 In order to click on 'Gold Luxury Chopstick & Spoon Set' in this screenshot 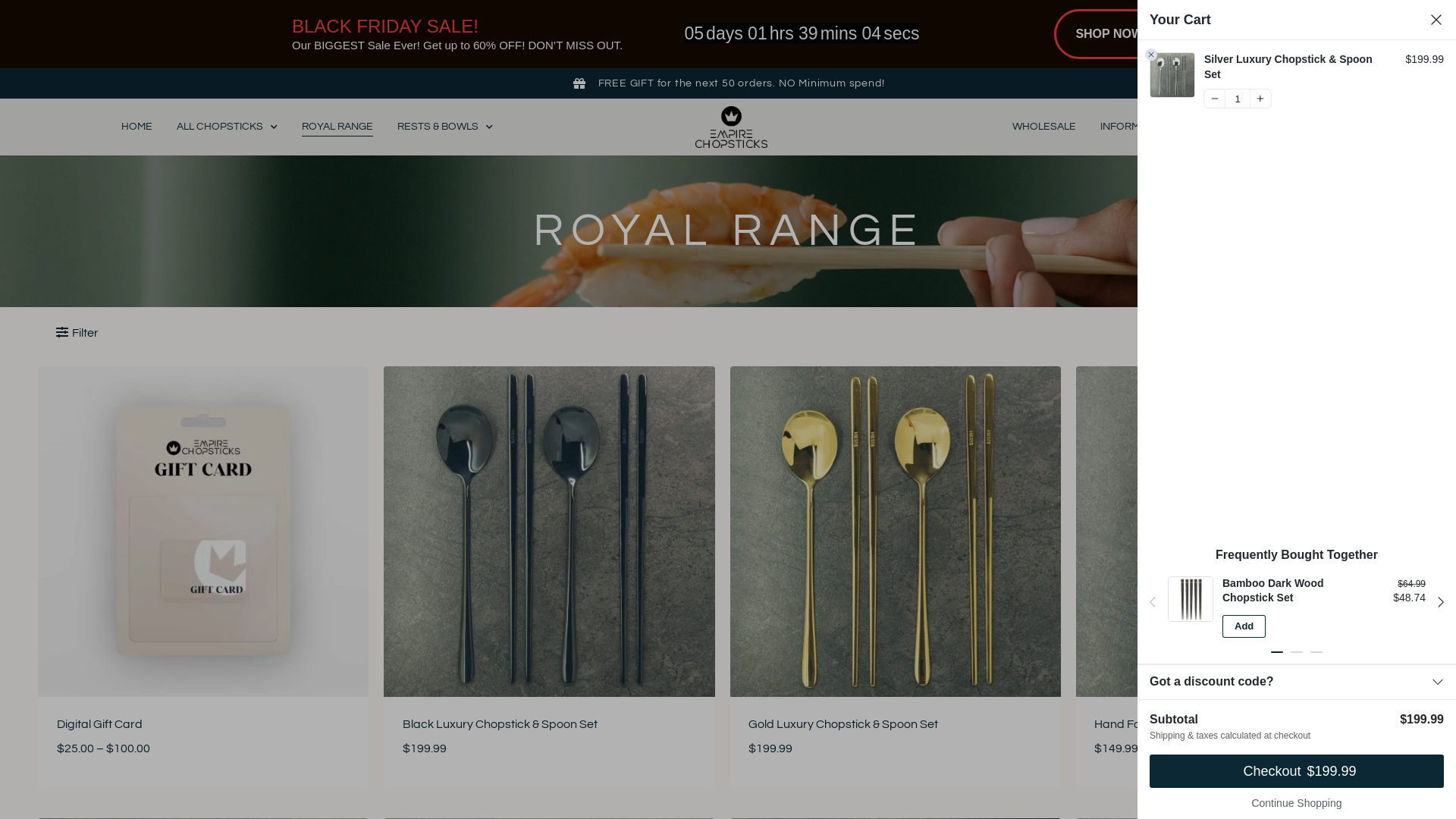, I will do `click(748, 723)`.